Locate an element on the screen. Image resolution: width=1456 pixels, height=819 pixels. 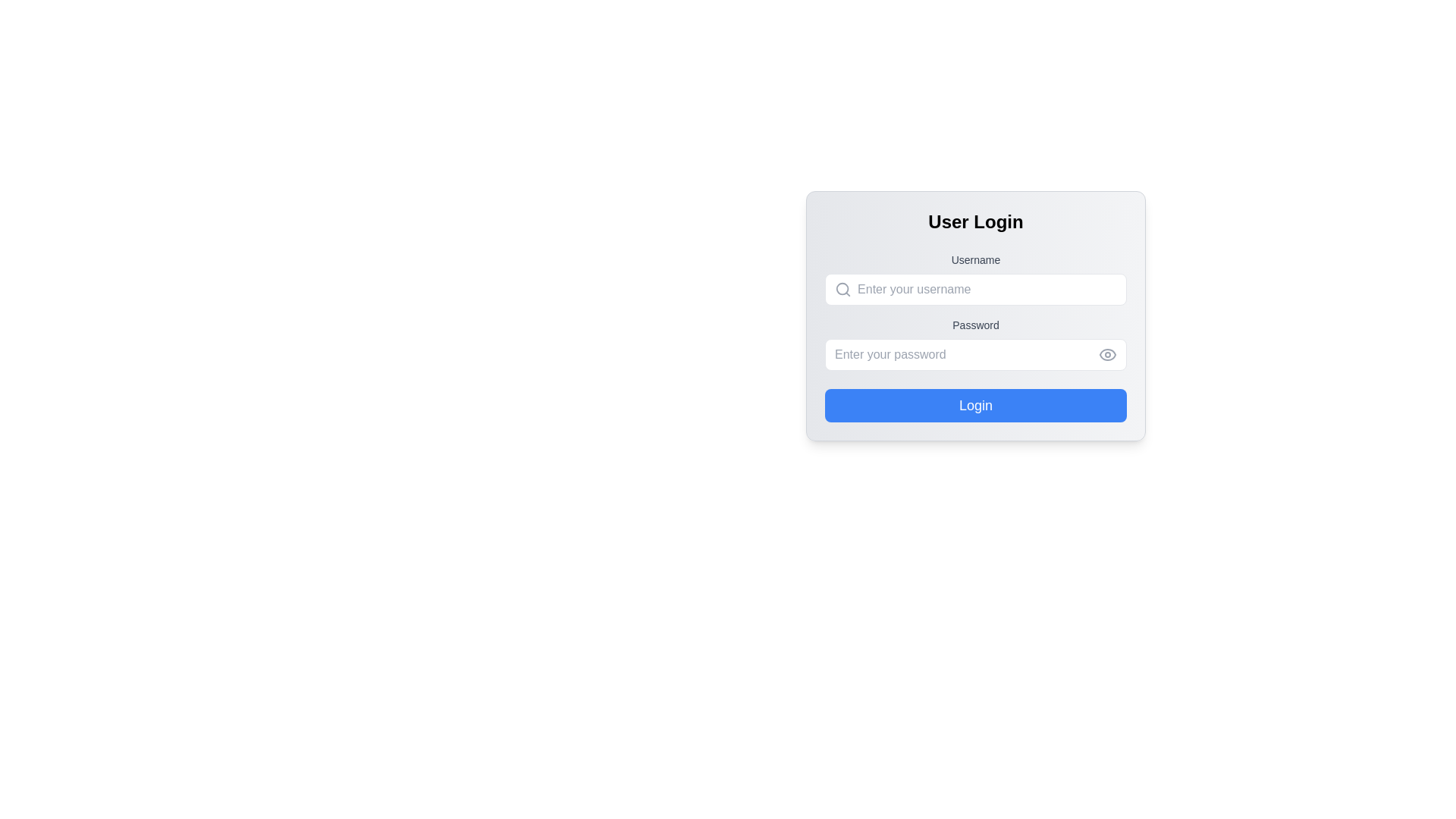
the 'Password' label in the login form, which is styled in gray and positioned below the 'Username' label is located at coordinates (975, 324).